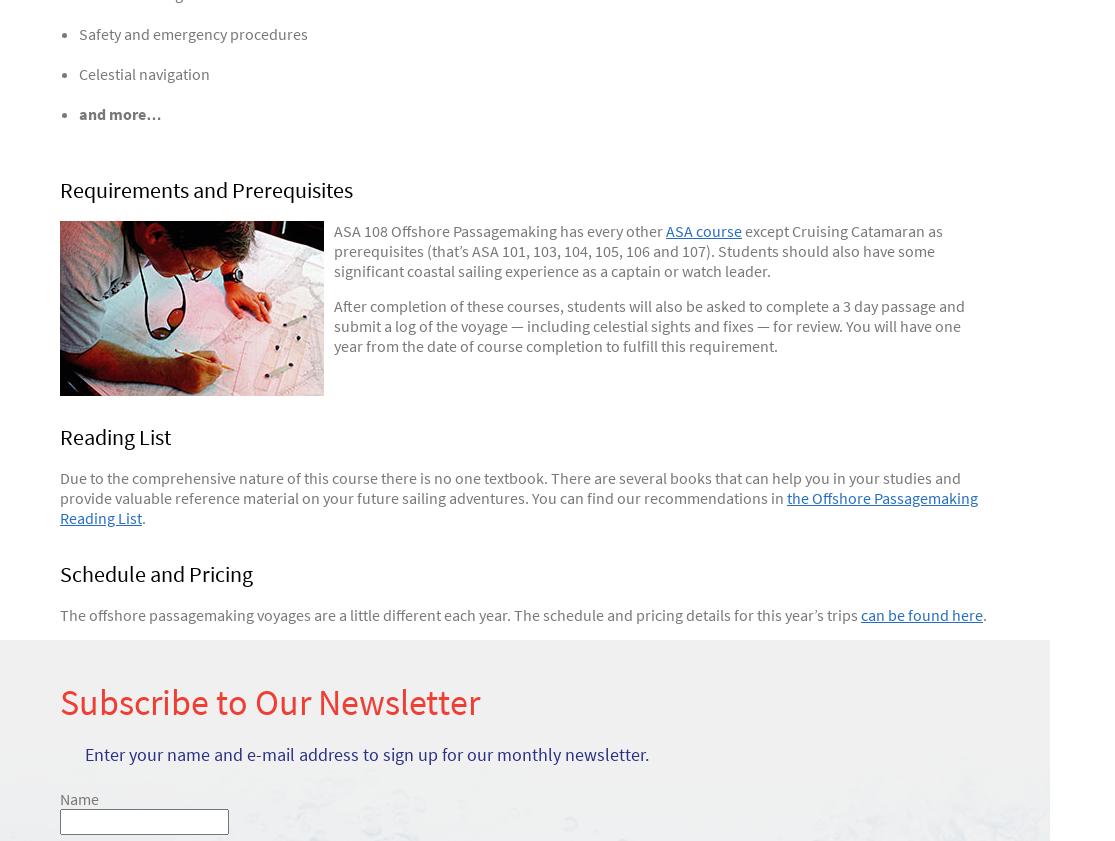  Describe the element at coordinates (119, 113) in the screenshot. I see `'and more…'` at that location.